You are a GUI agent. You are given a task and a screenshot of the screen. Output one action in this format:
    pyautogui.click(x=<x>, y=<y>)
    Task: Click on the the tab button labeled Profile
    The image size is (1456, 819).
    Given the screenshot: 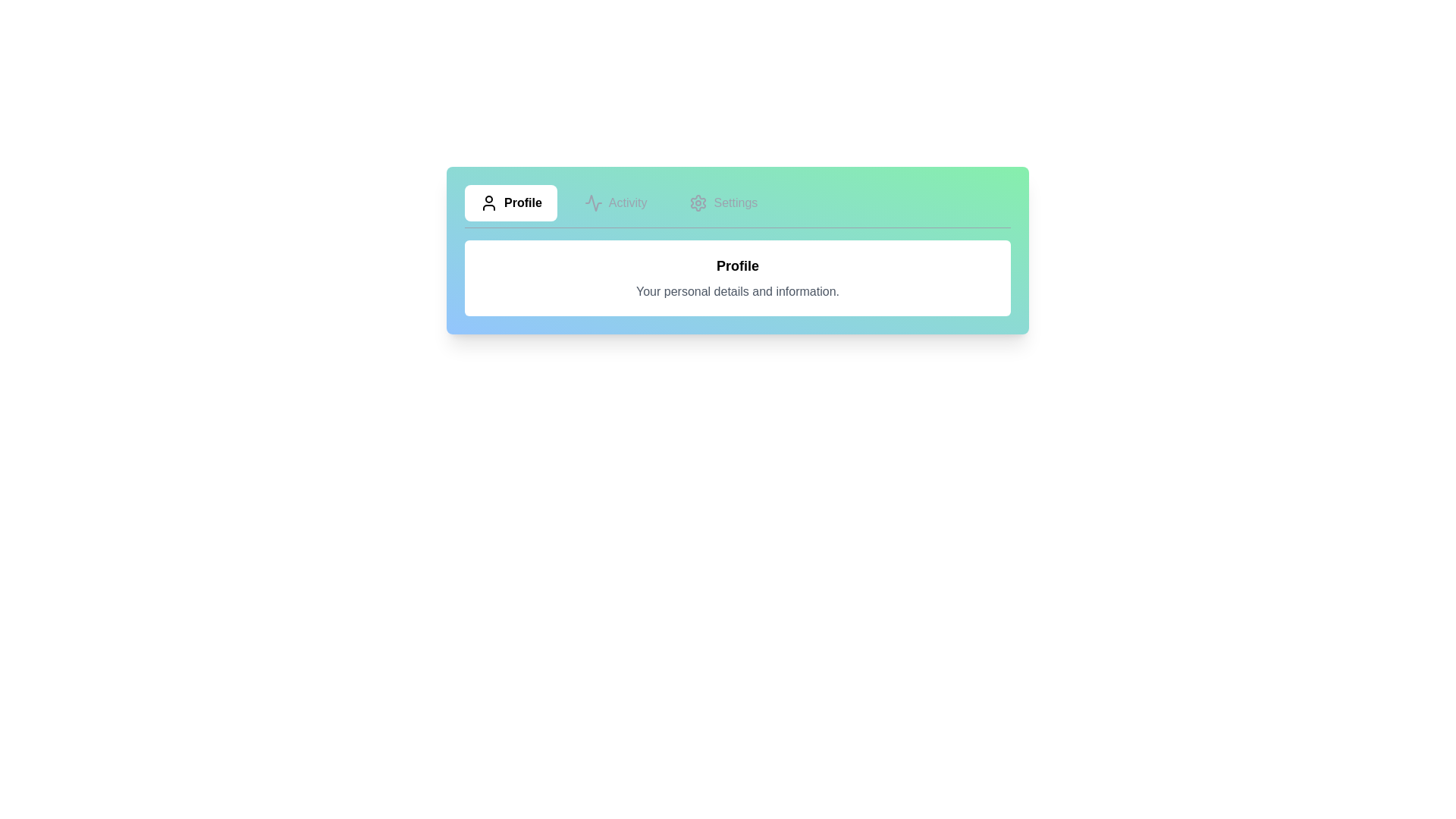 What is the action you would take?
    pyautogui.click(x=510, y=202)
    